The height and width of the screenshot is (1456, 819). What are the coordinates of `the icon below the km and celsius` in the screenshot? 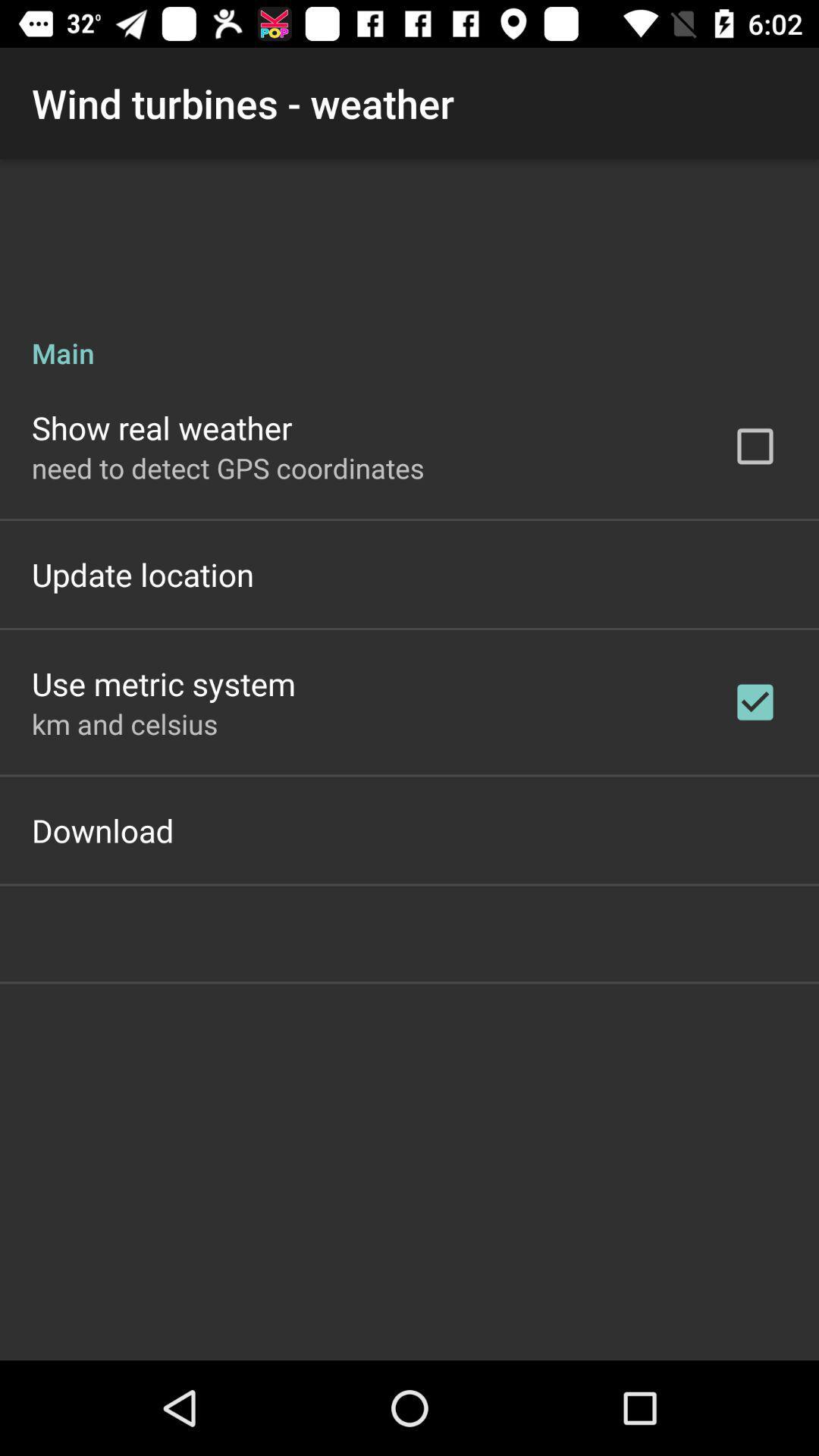 It's located at (102, 829).